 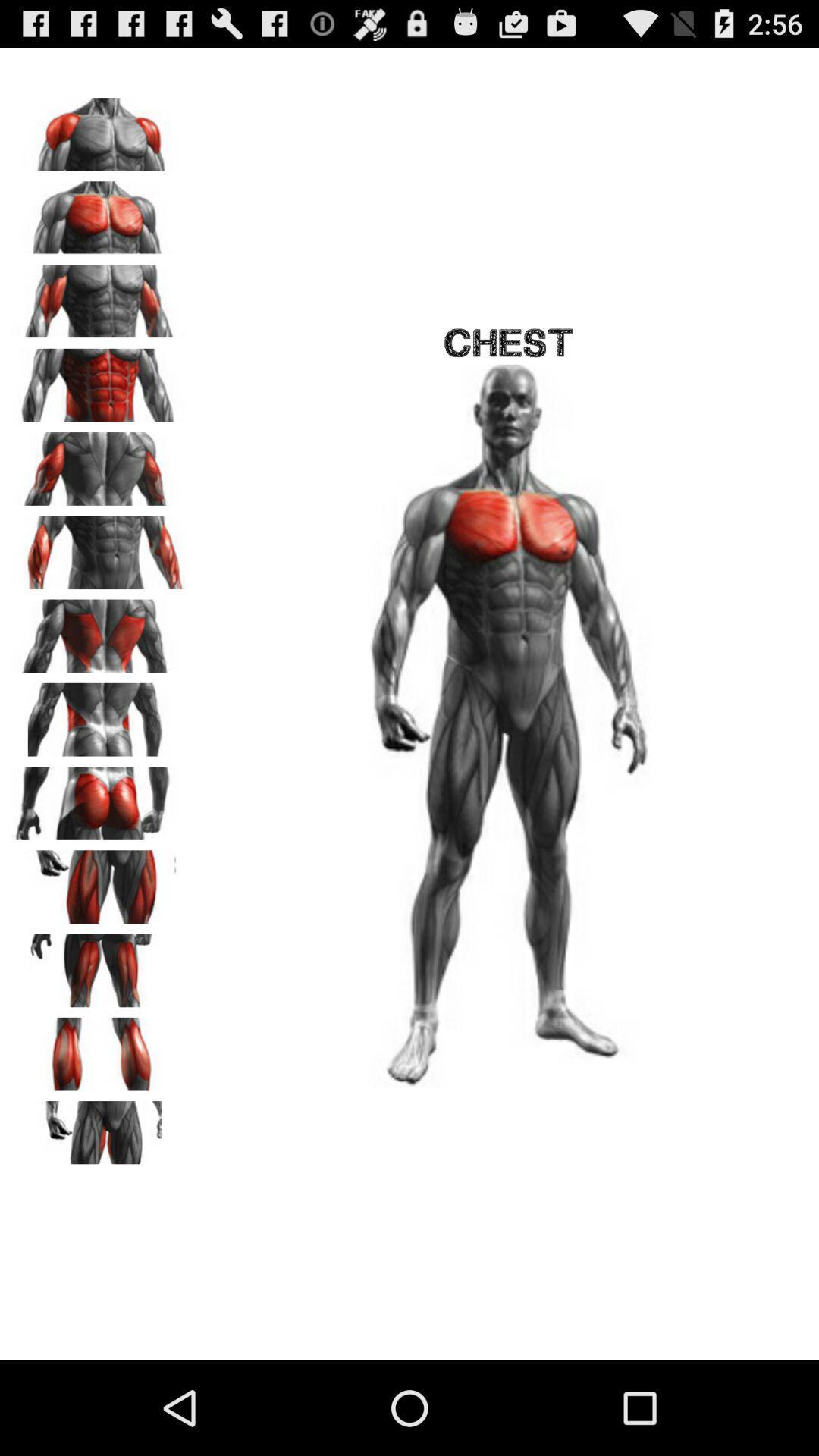 I want to click on arms, so click(x=99, y=546).